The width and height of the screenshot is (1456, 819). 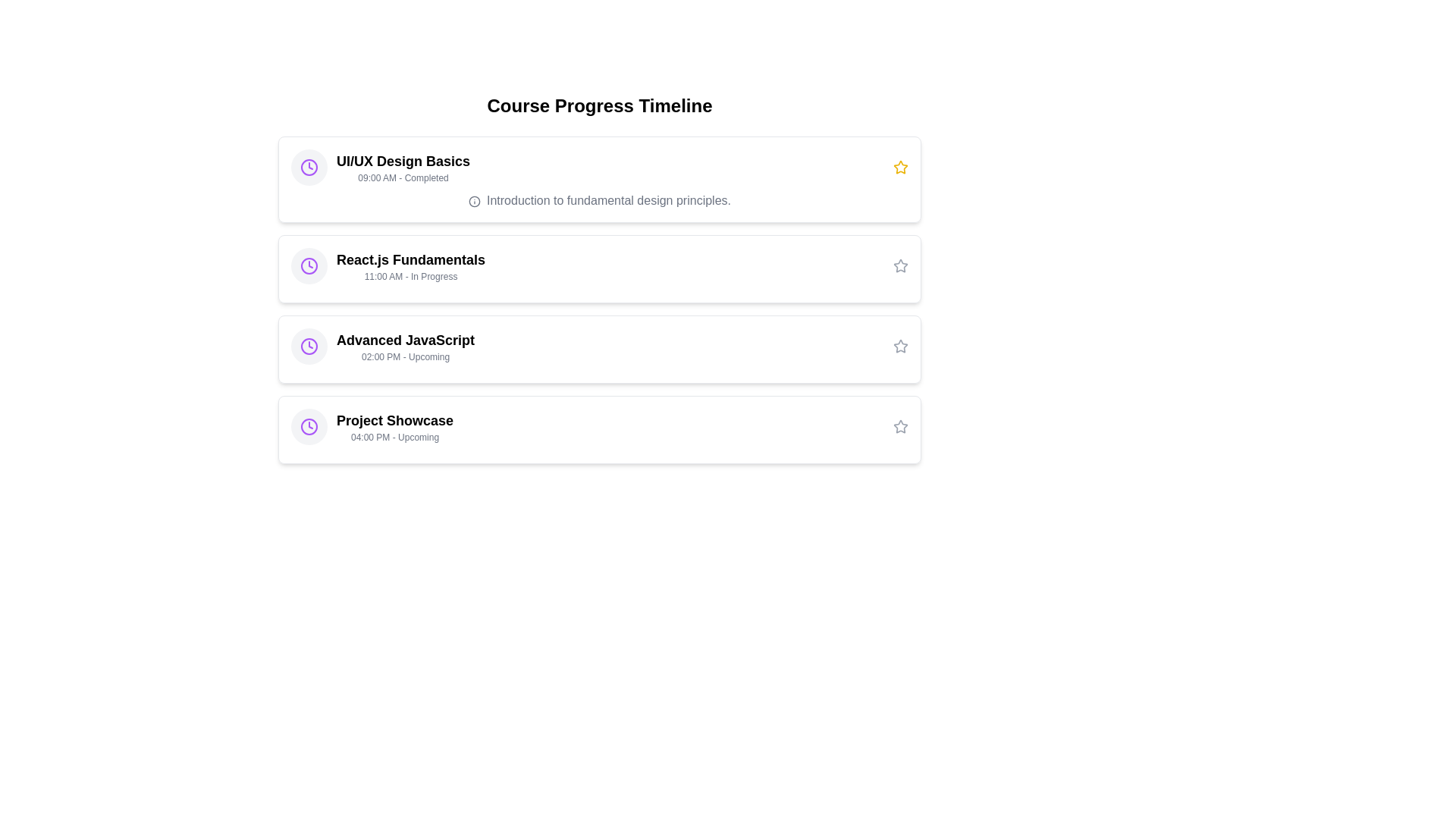 I want to click on the star-shaped icon button located within the course progress list, so click(x=899, y=426).